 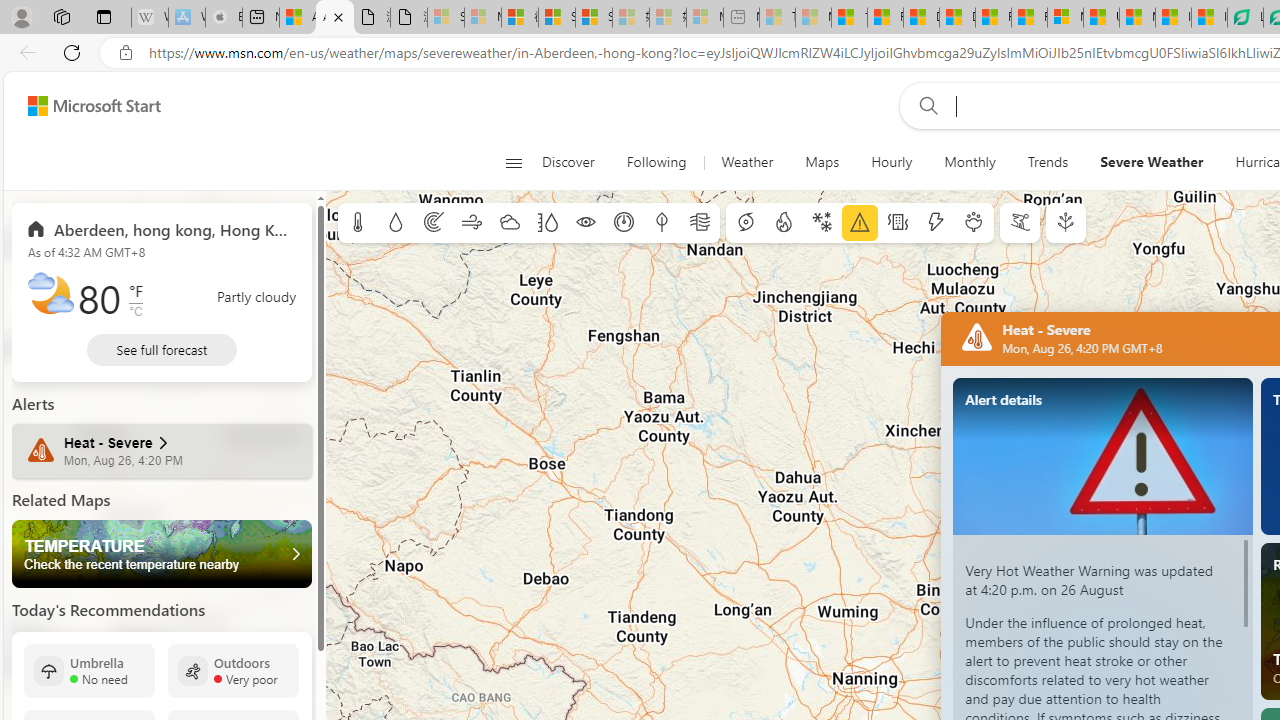 I want to click on 'Food and Drink - MSN', so click(x=884, y=17).